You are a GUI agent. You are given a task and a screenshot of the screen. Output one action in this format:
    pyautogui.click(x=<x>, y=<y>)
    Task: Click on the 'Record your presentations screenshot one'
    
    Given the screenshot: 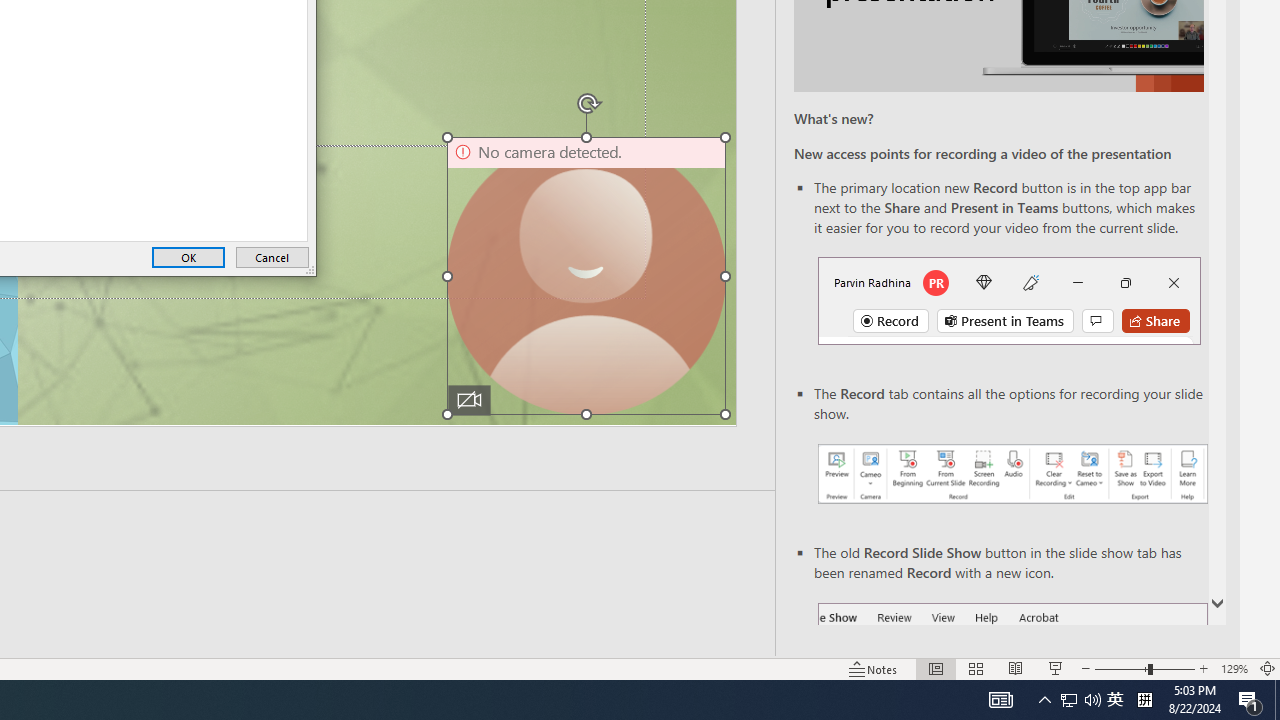 What is the action you would take?
    pyautogui.click(x=1013, y=474)
    